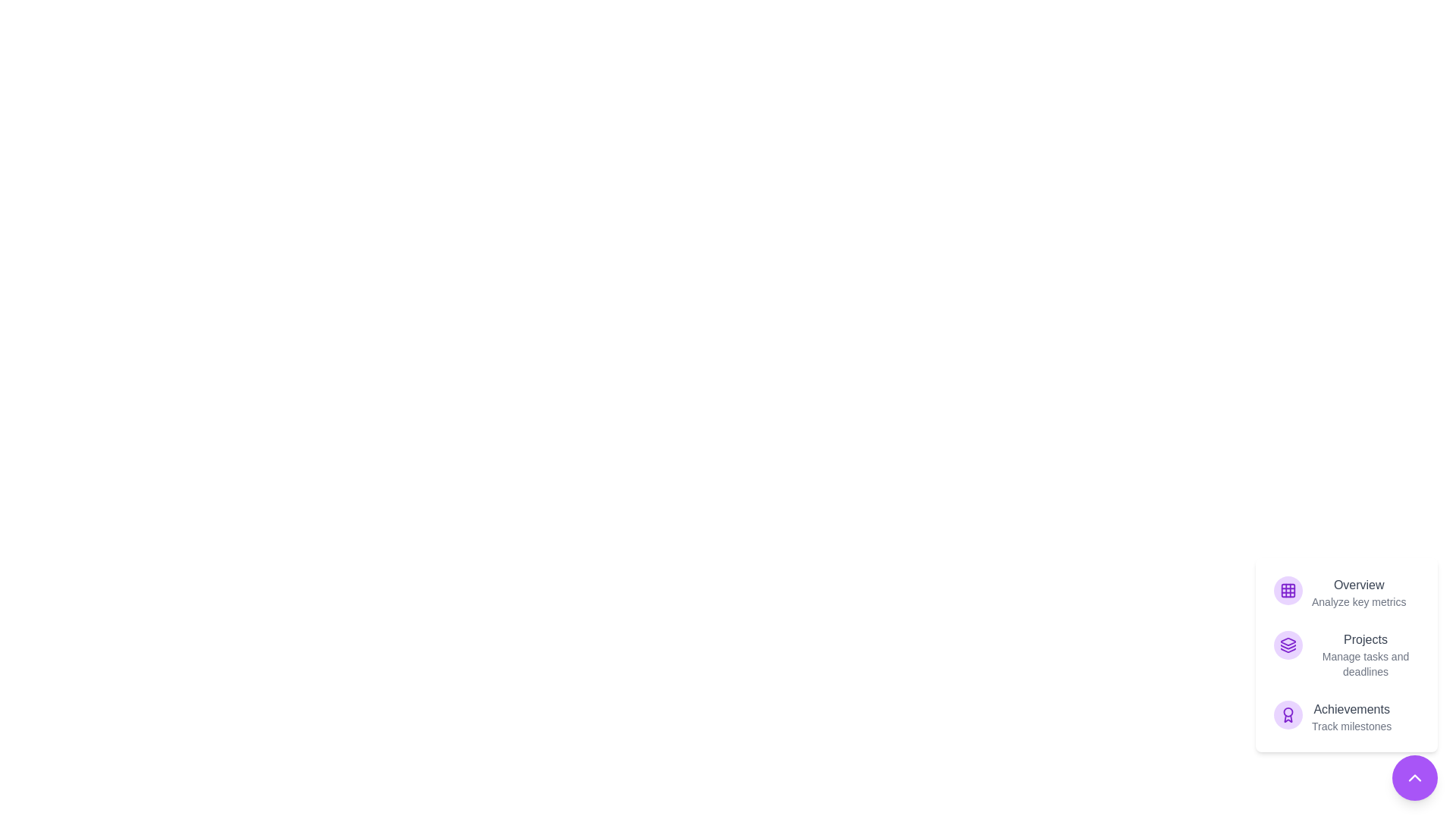 Image resolution: width=1456 pixels, height=819 pixels. Describe the element at coordinates (1347, 654) in the screenshot. I see `the quick access item Projects` at that location.